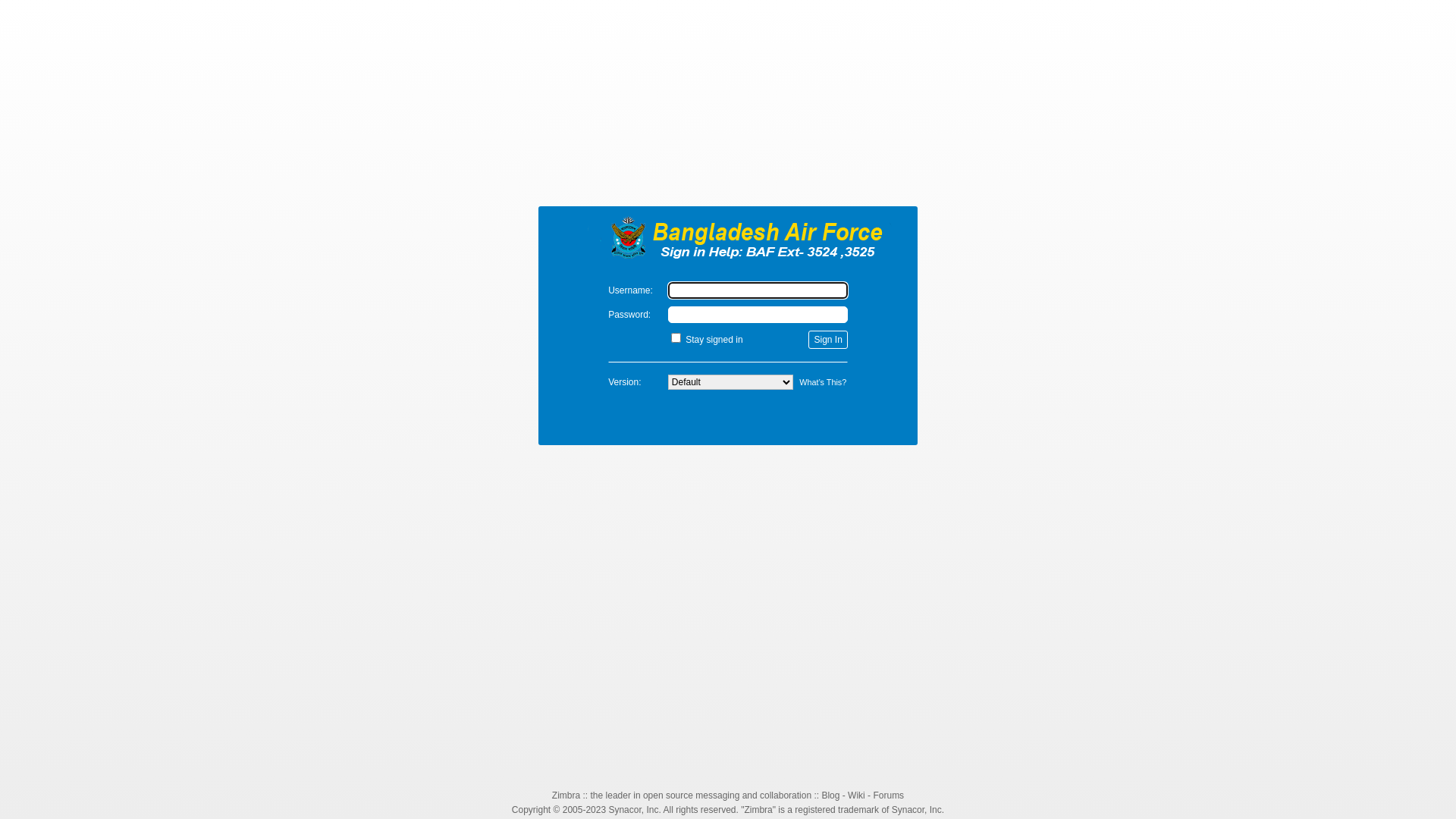 This screenshot has height=819, width=1456. What do you see at coordinates (565, 795) in the screenshot?
I see `'Zimbra'` at bounding box center [565, 795].